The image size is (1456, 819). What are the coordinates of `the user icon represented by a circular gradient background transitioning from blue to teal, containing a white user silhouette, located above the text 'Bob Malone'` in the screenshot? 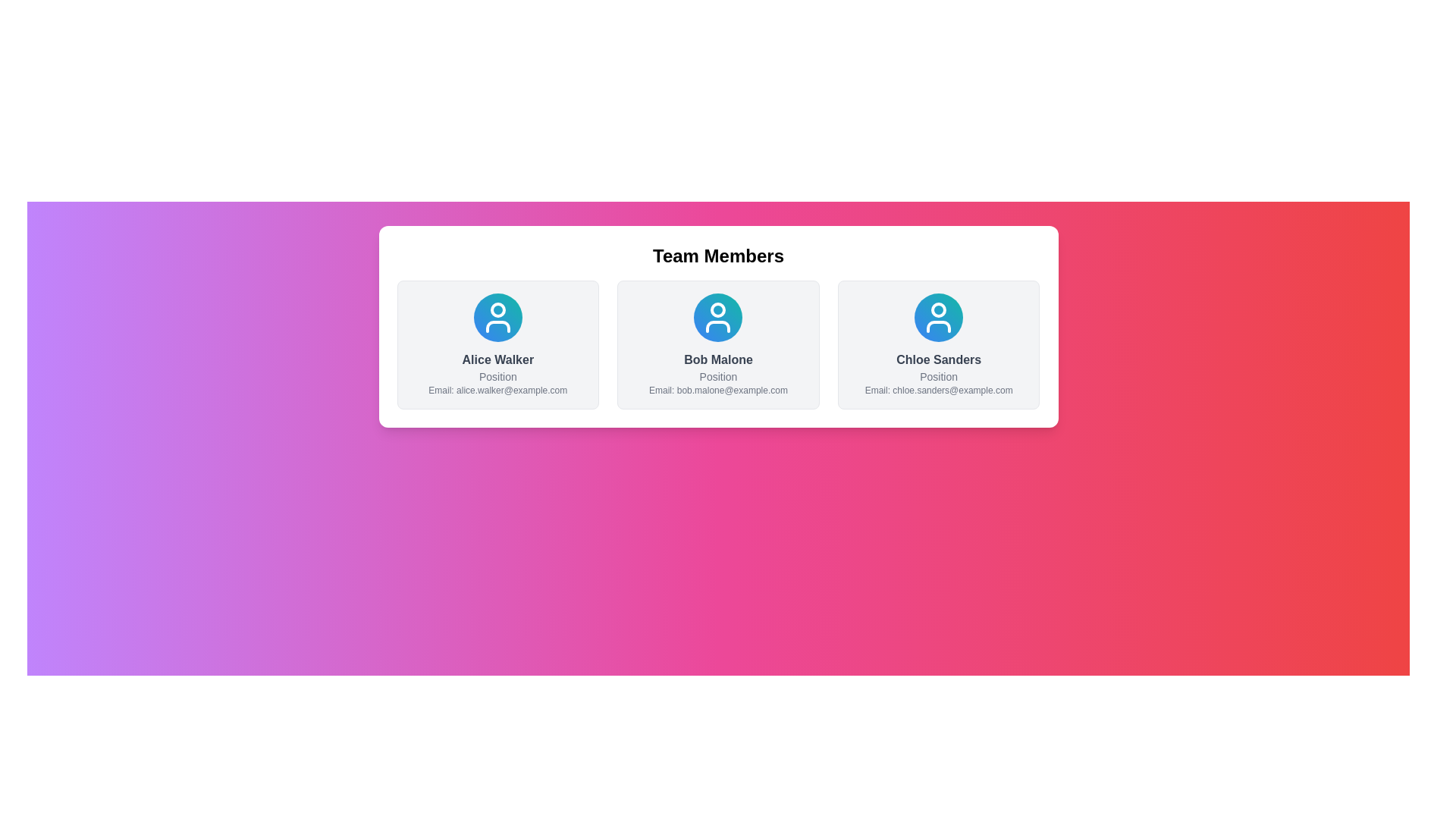 It's located at (717, 317).